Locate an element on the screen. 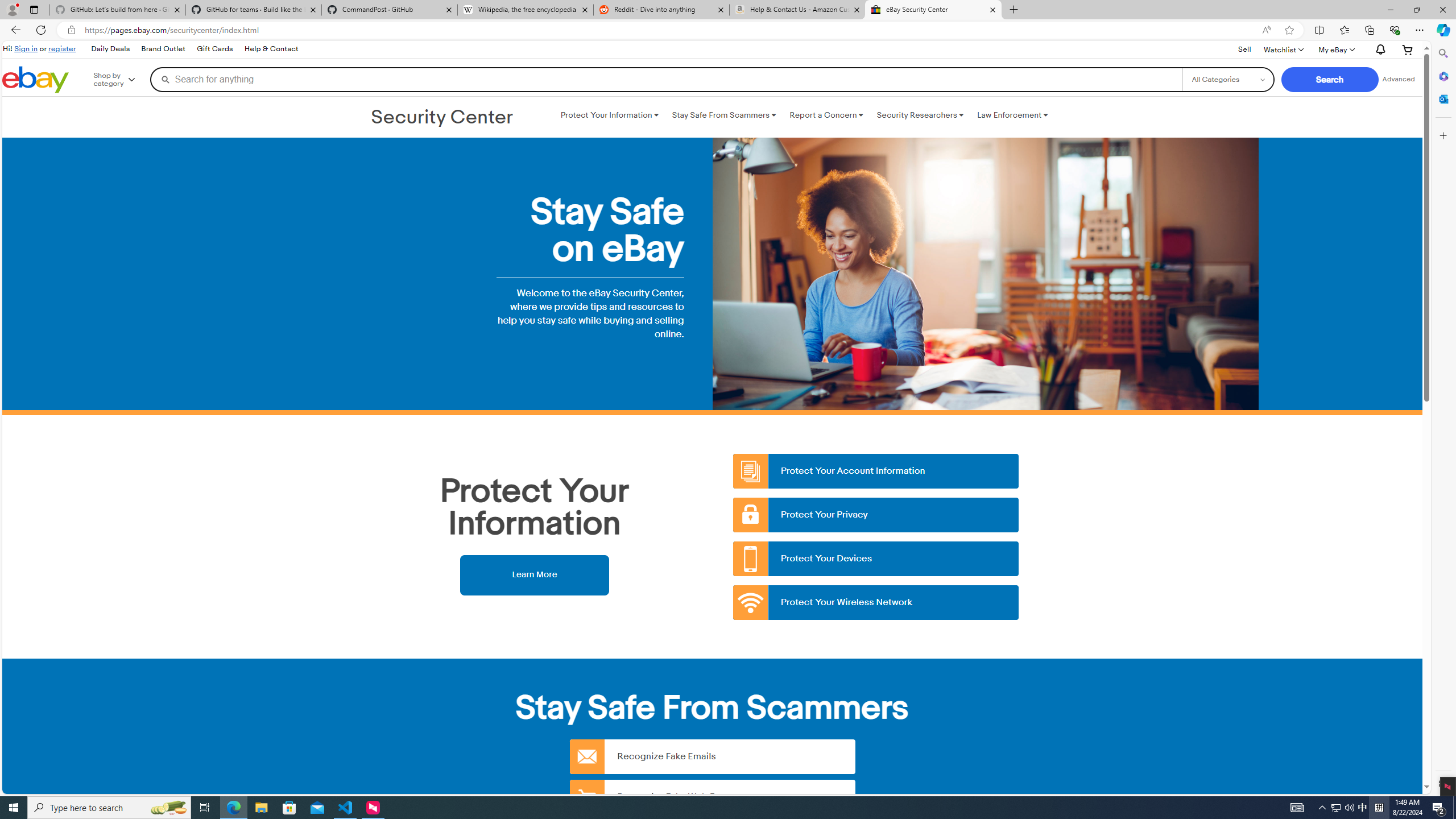 The image size is (1456, 819). 'Select a category for search' is located at coordinates (1228, 78).